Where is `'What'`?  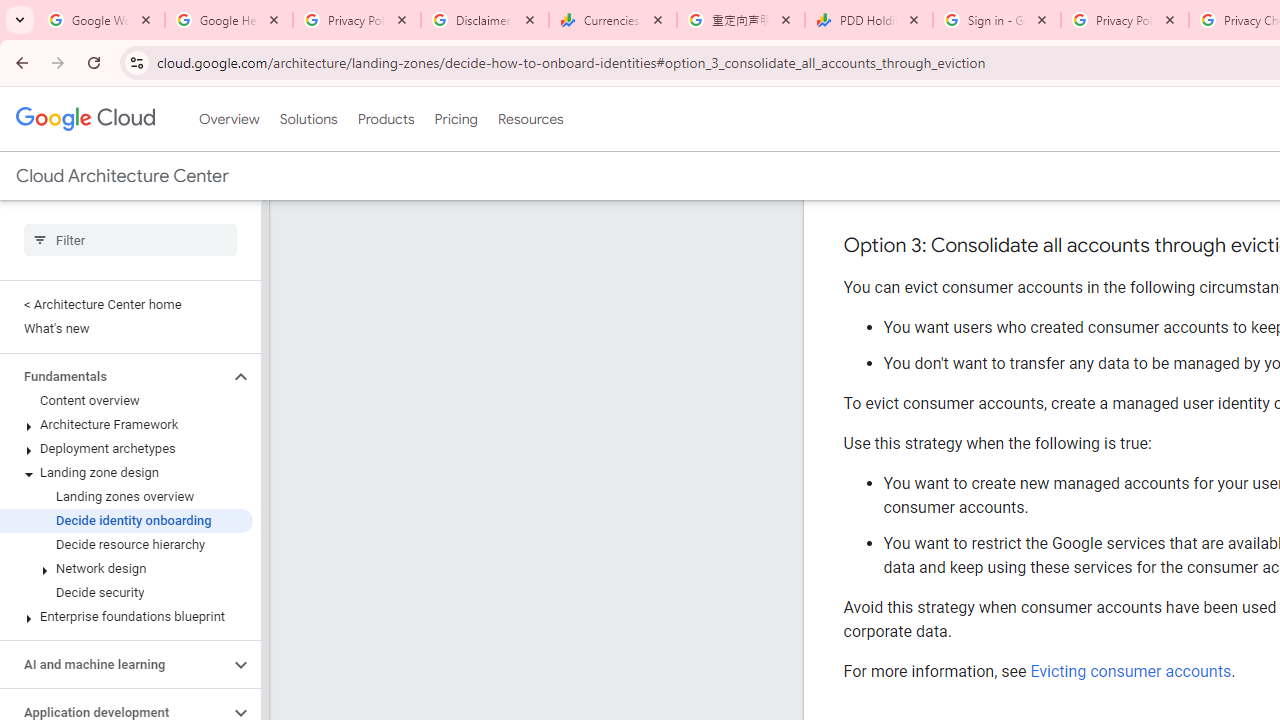 'What' is located at coordinates (125, 328).